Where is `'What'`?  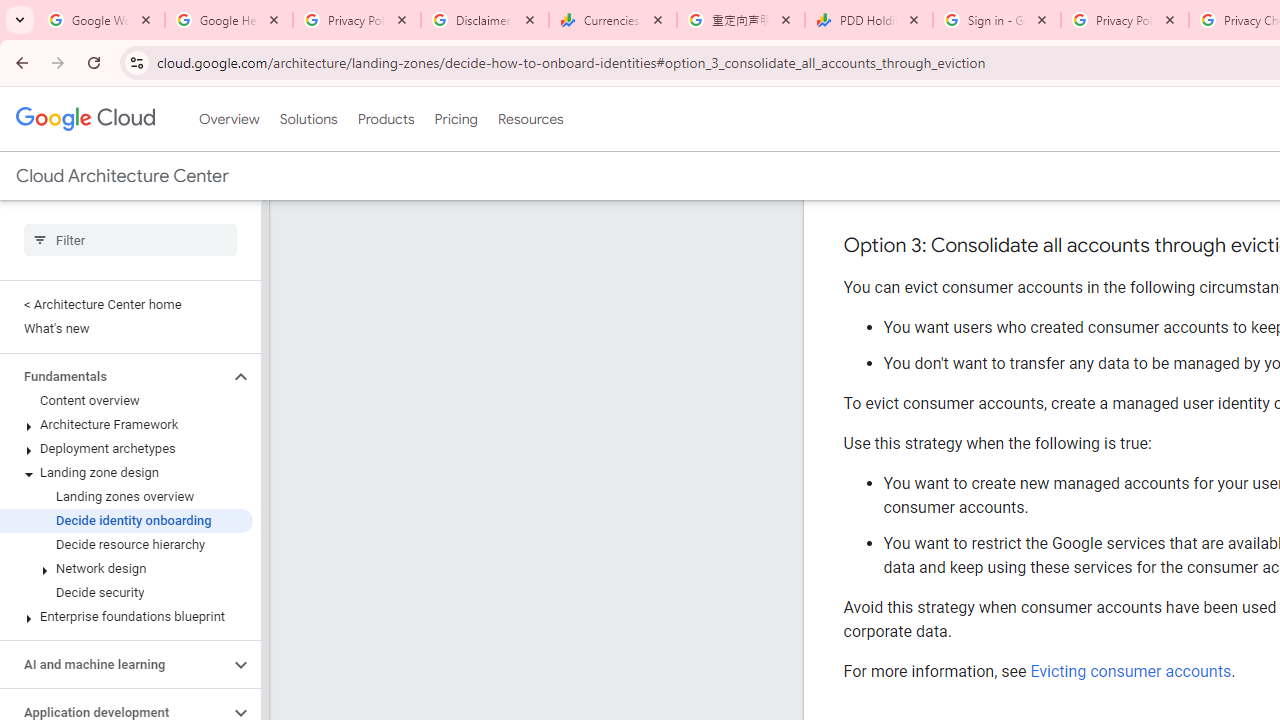 'What' is located at coordinates (125, 328).